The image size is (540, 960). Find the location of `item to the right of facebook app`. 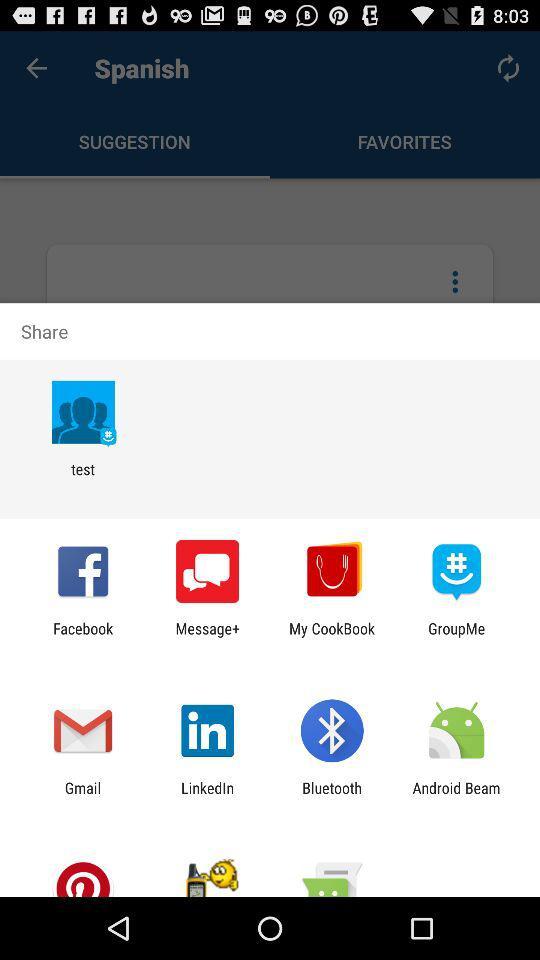

item to the right of facebook app is located at coordinates (206, 636).